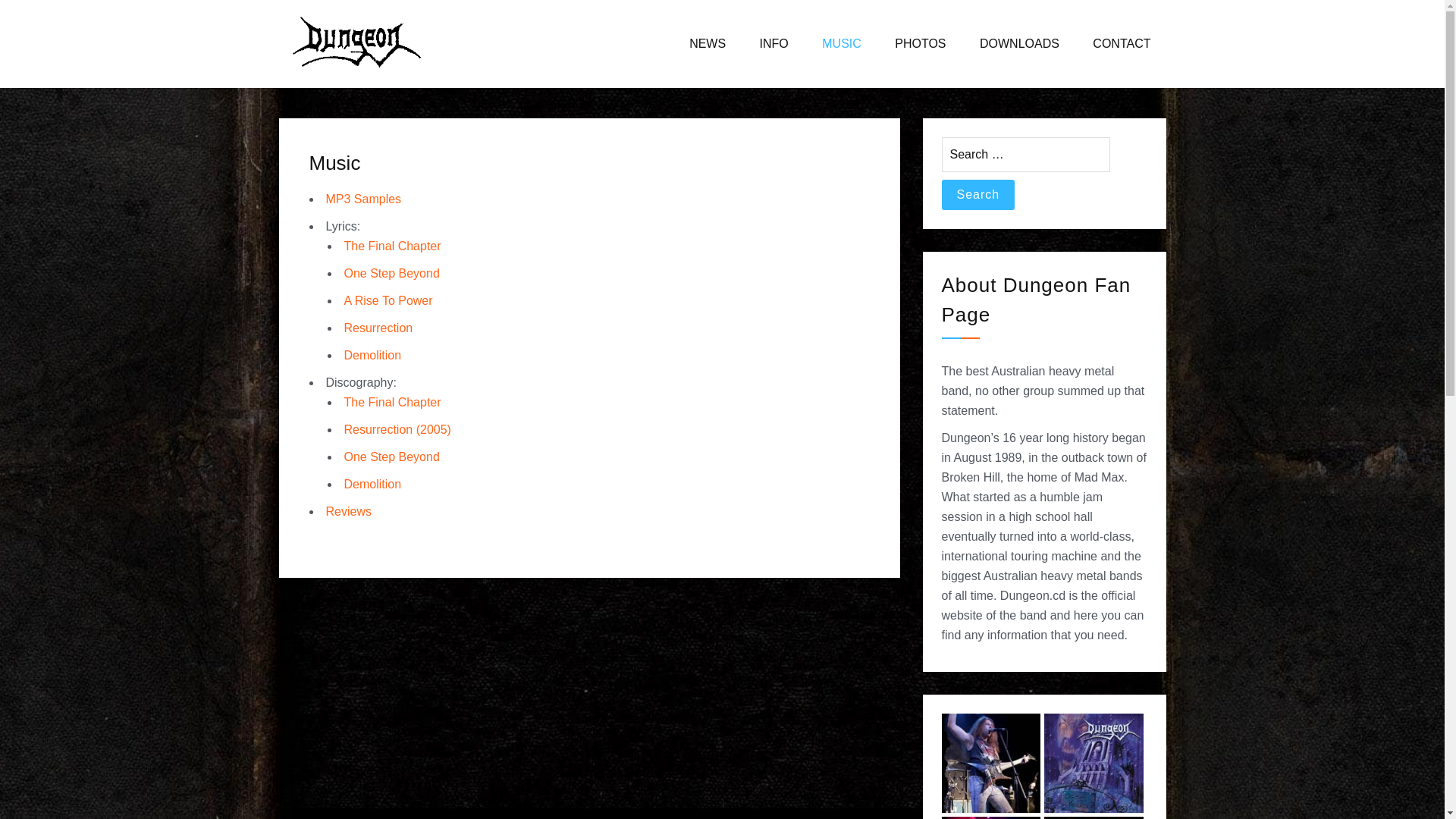 This screenshot has height=819, width=1456. I want to click on 'Search', so click(978, 194).